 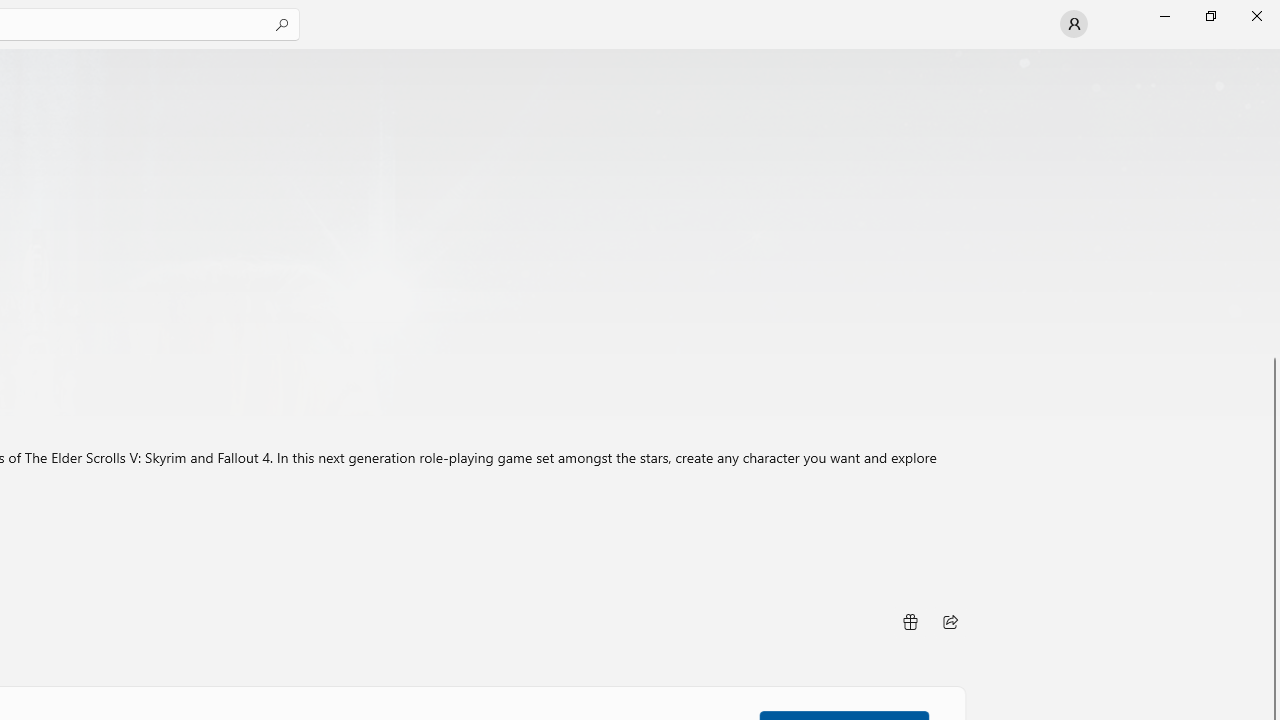 What do you see at coordinates (1209, 15) in the screenshot?
I see `'Restore Microsoft Store'` at bounding box center [1209, 15].